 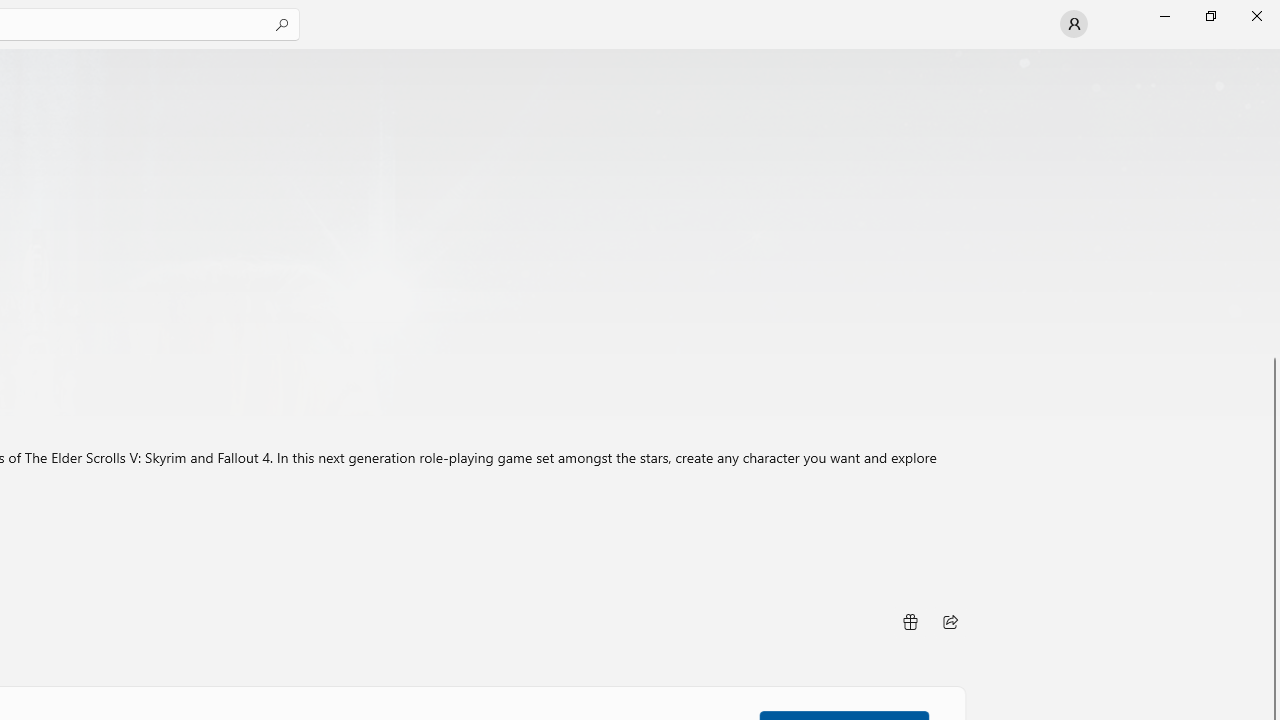 What do you see at coordinates (1209, 15) in the screenshot?
I see `'Restore Microsoft Store'` at bounding box center [1209, 15].